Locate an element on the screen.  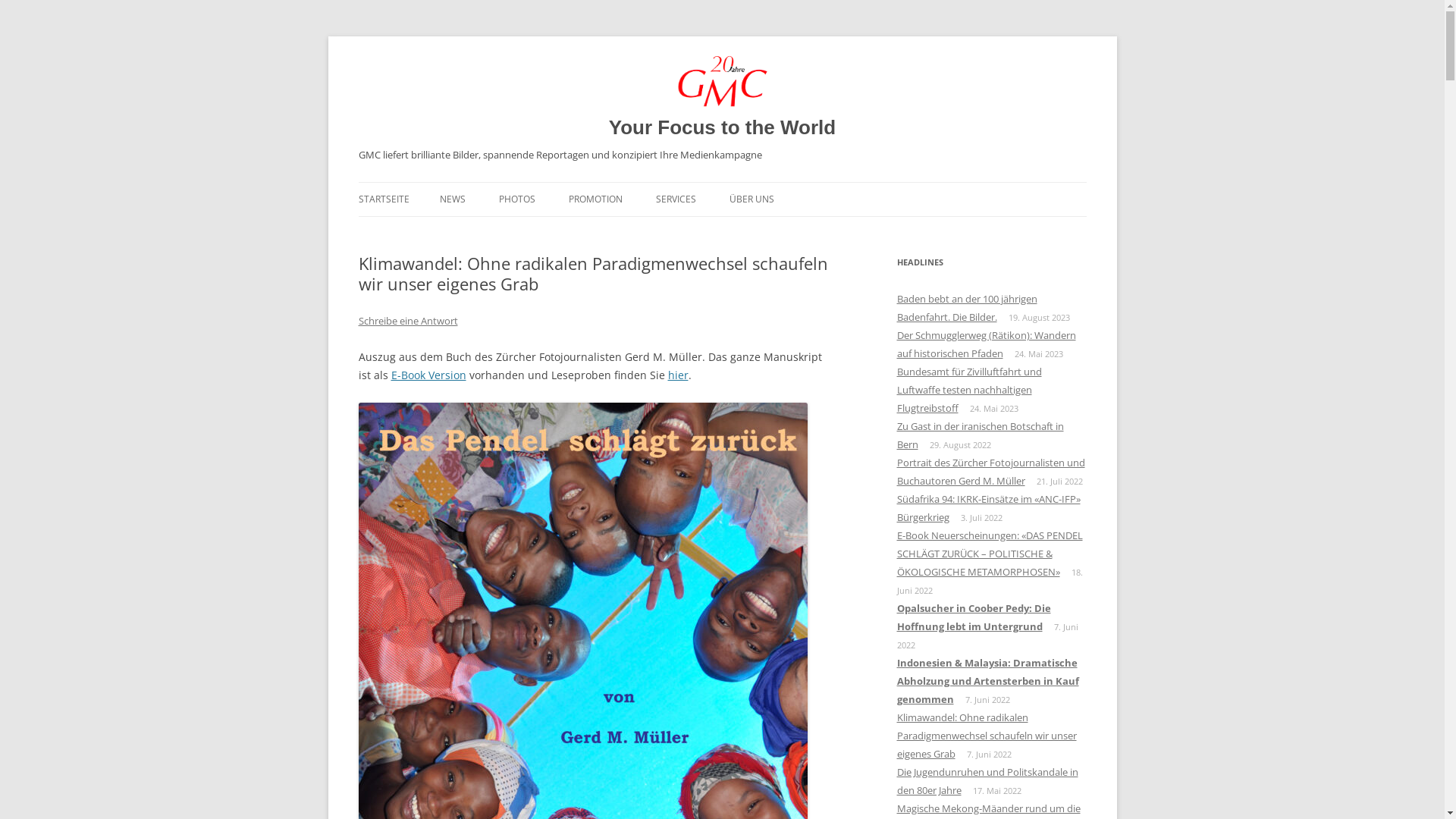
'Die Jugendunruhen und Politskandale in den 80er Jahre' is located at coordinates (987, 780).